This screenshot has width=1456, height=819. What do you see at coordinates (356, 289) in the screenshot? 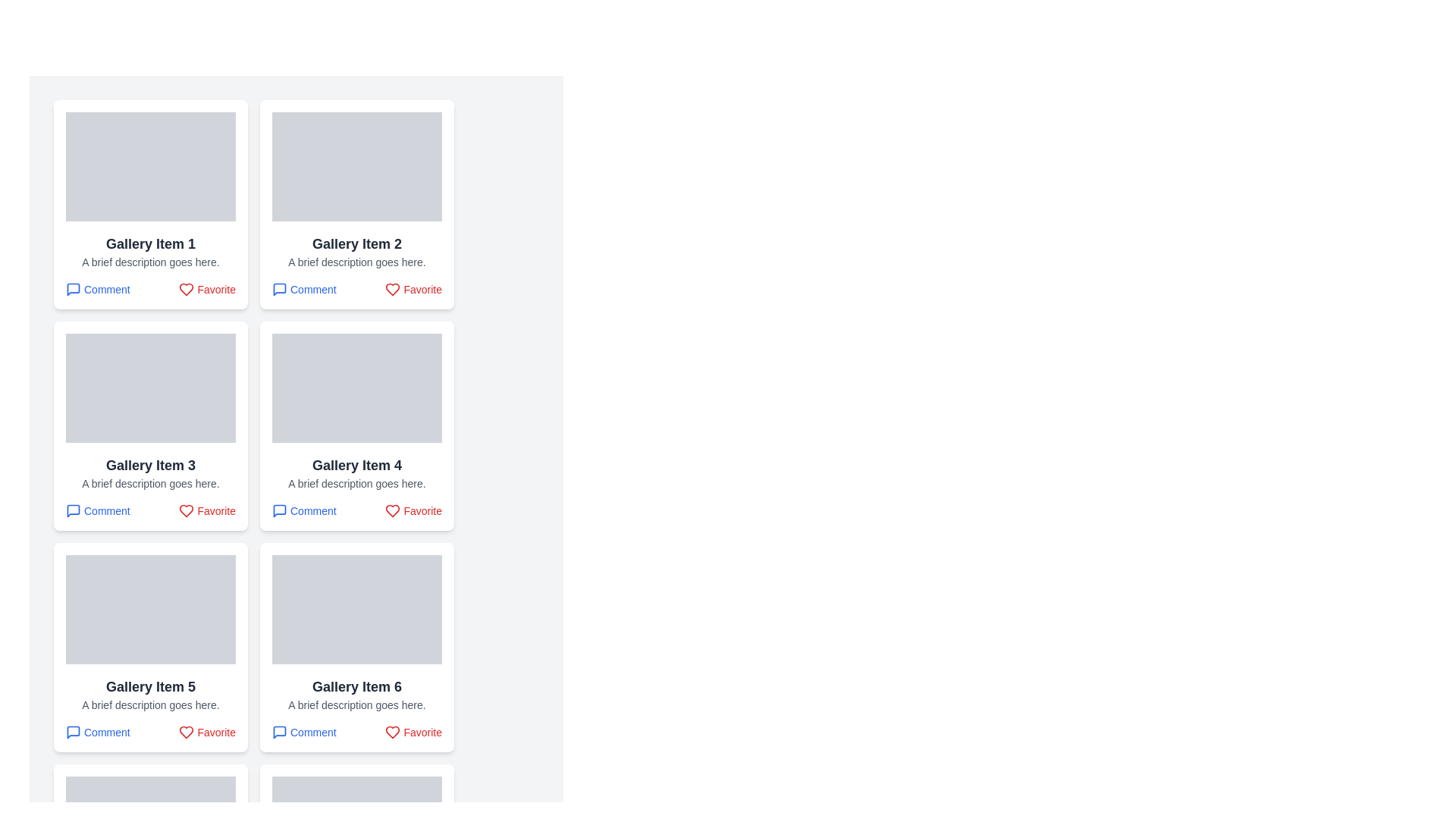
I see `the 'Comment' link within the 'Gallery Item 2' card` at bounding box center [356, 289].